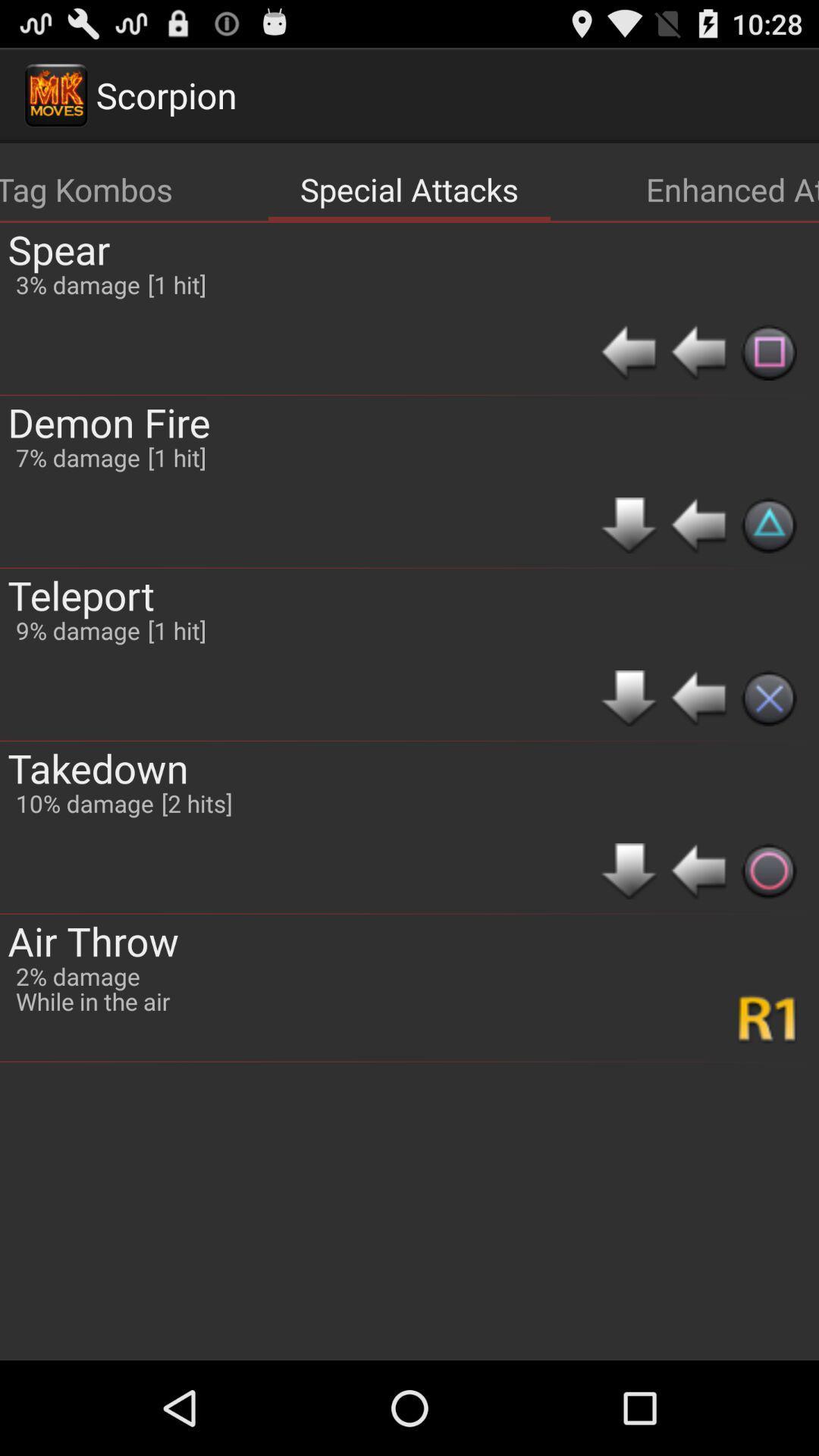 This screenshot has height=1456, width=819. What do you see at coordinates (731, 188) in the screenshot?
I see `icon to the right of the special attacks` at bounding box center [731, 188].